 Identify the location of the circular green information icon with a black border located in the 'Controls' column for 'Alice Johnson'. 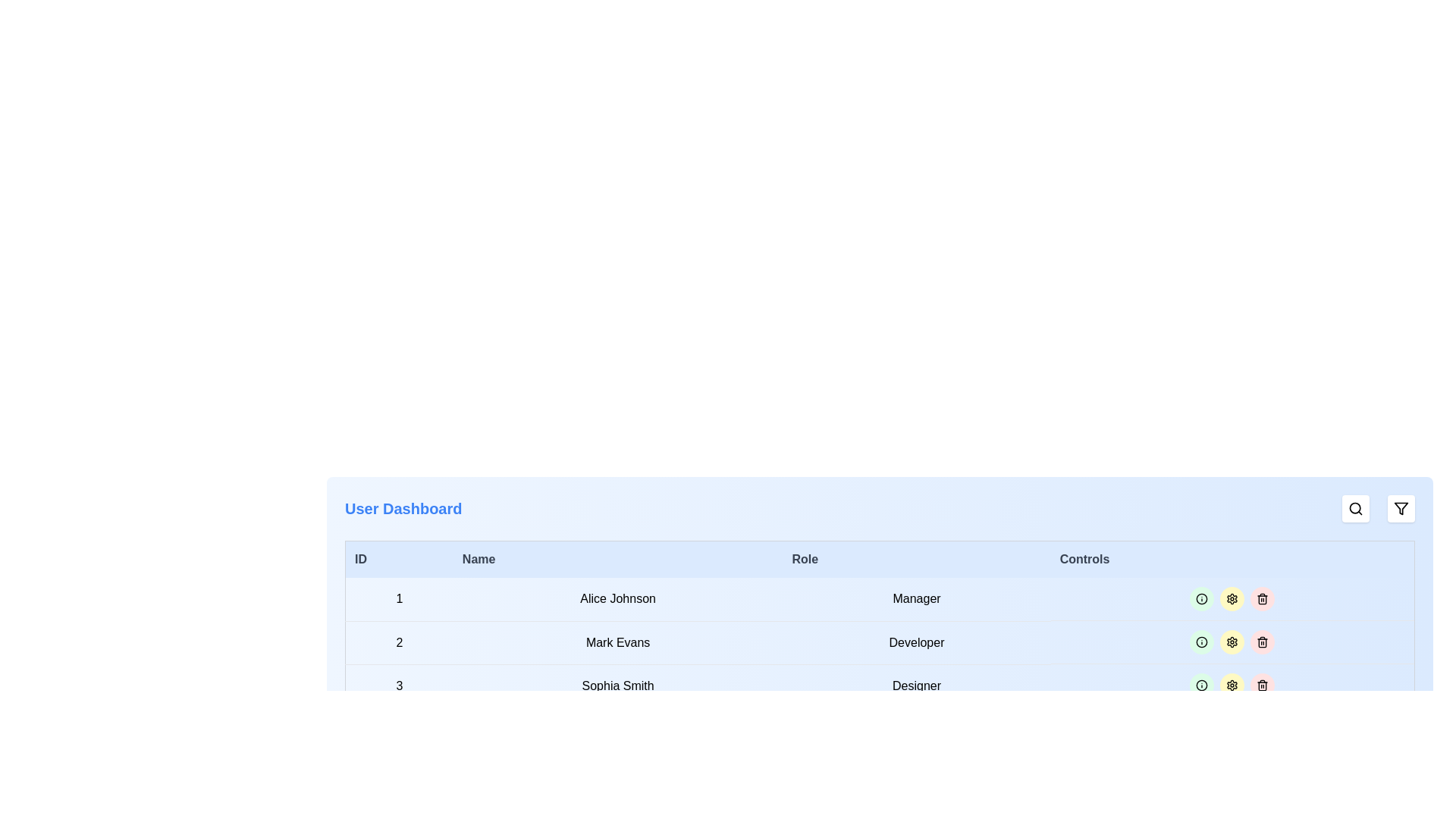
(1201, 598).